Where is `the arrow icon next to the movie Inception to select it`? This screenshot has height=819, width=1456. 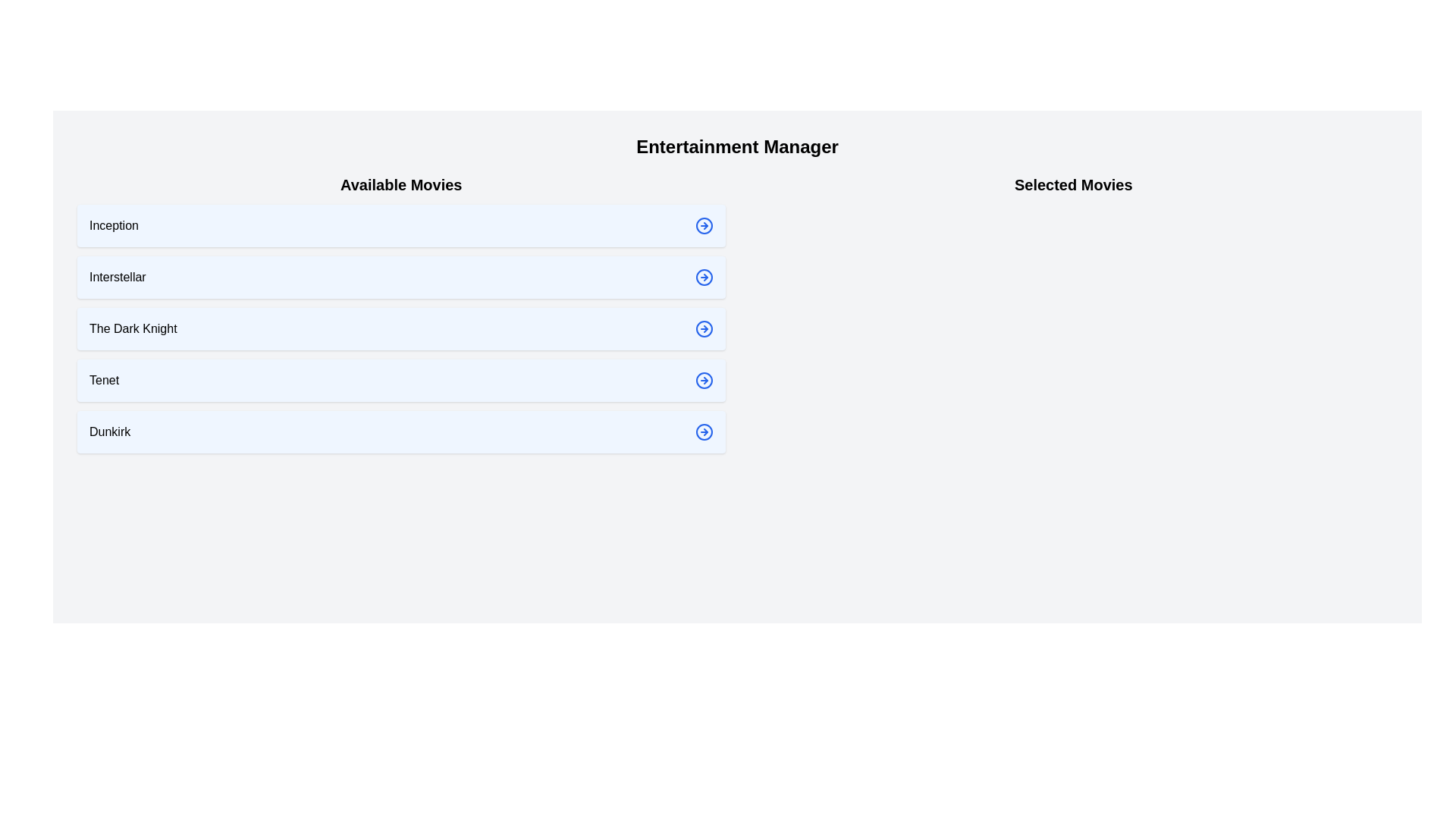
the arrow icon next to the movie Inception to select it is located at coordinates (703, 225).